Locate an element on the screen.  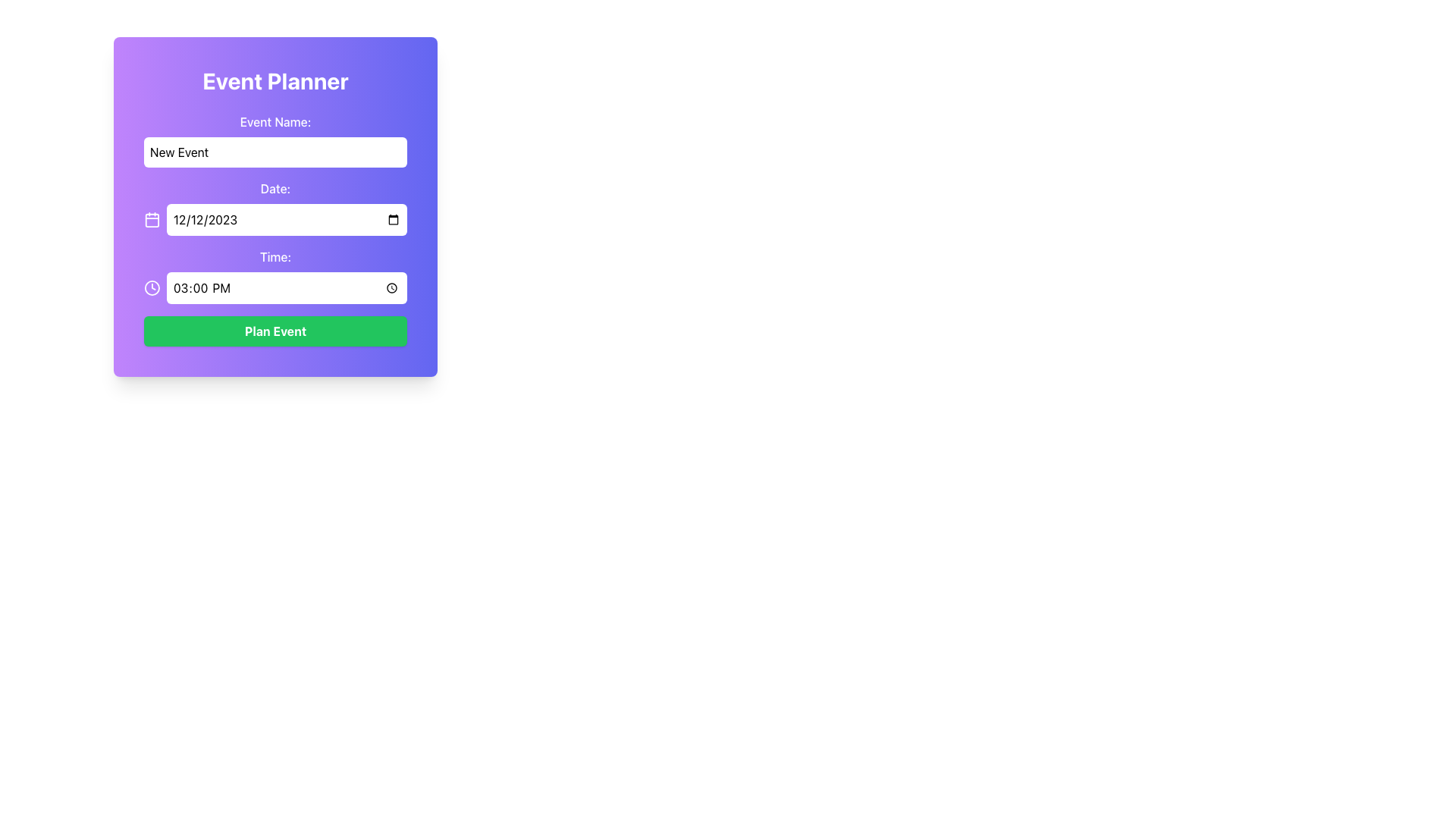
the 'Plan Event' button, which is a vivid green rectangular button with bold white text is located at coordinates (275, 330).